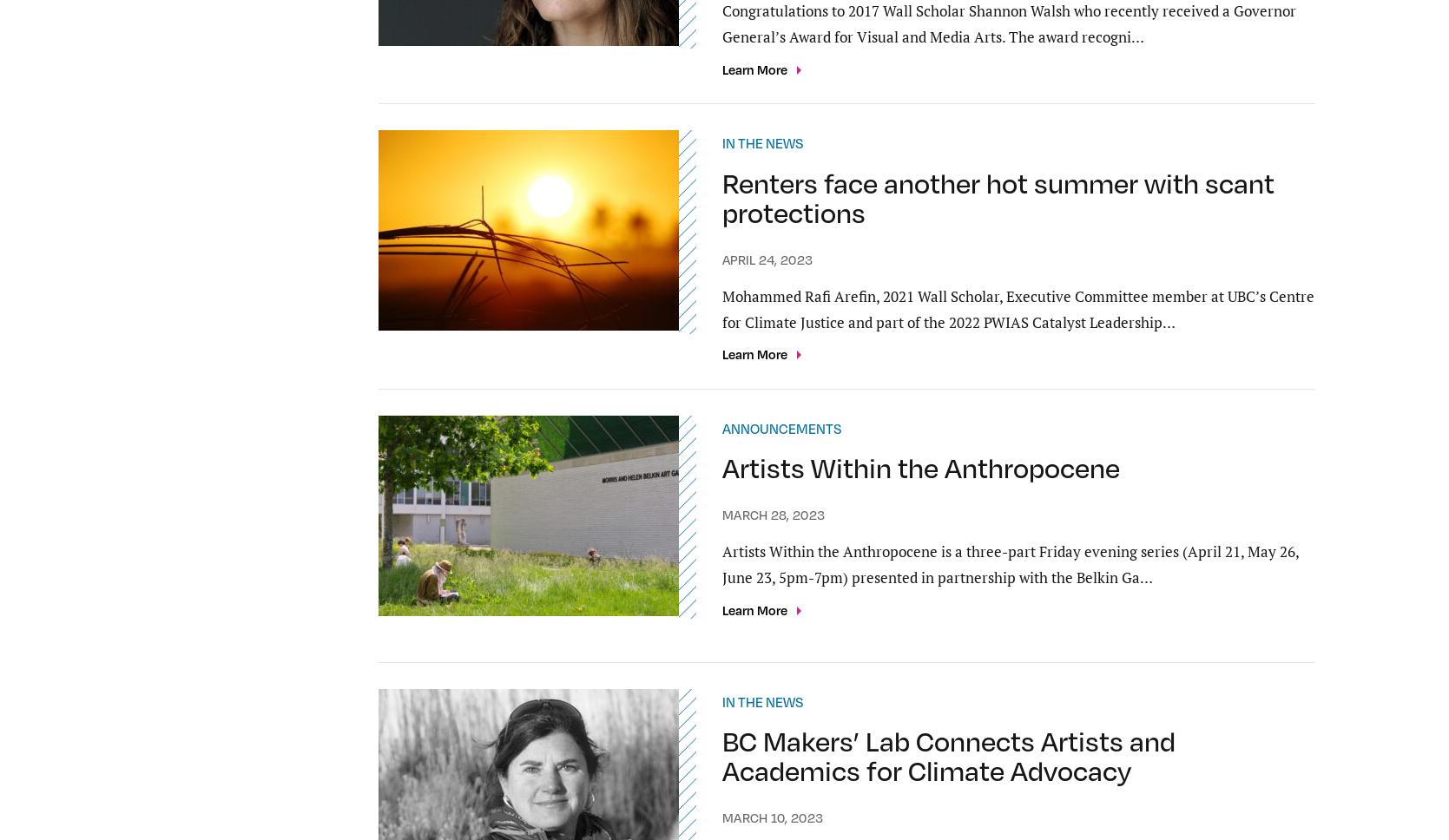  Describe the element at coordinates (642, 578) in the screenshot. I see `'4'` at that location.